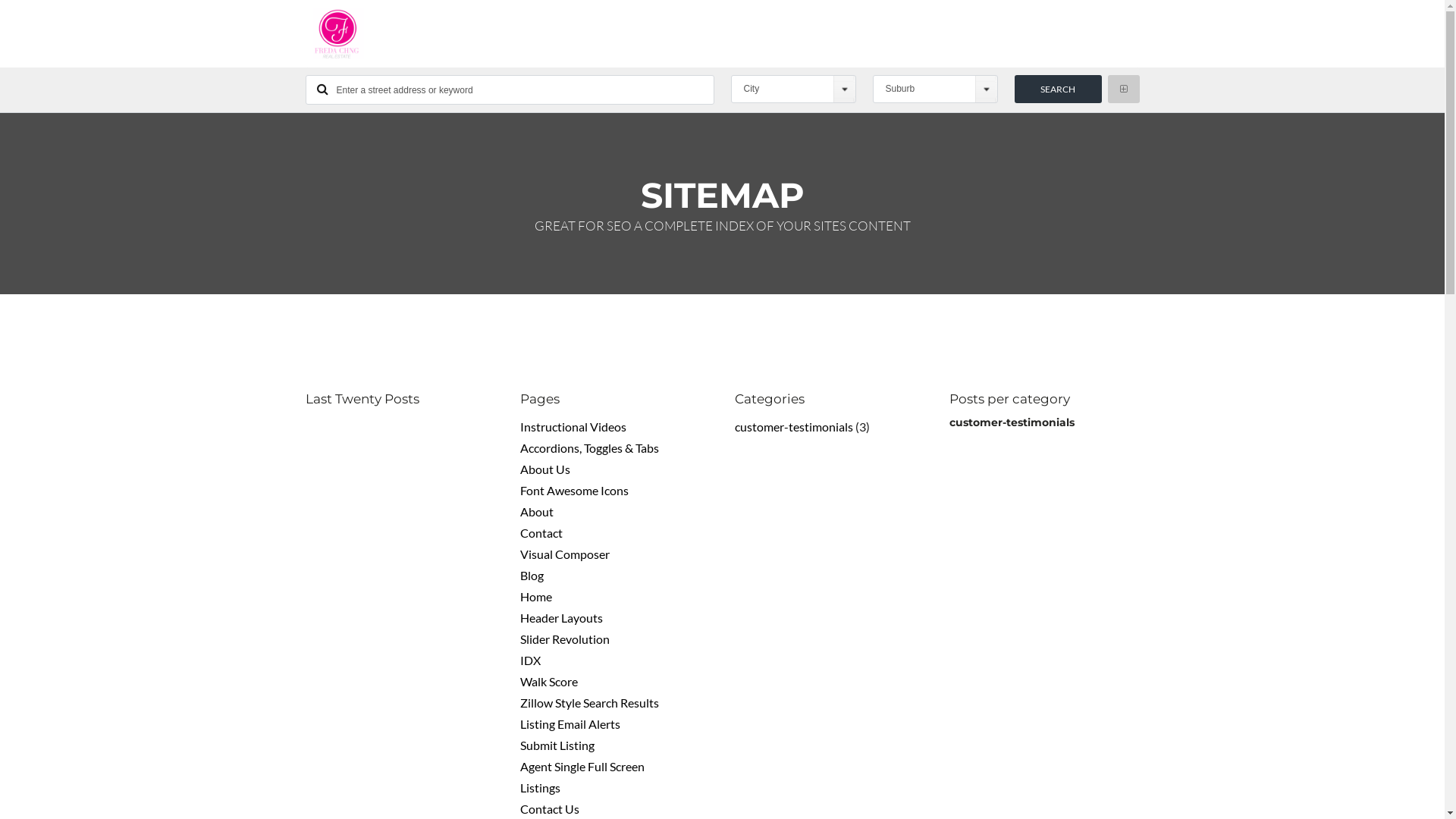 This screenshot has width=1456, height=819. What do you see at coordinates (541, 532) in the screenshot?
I see `'Contact'` at bounding box center [541, 532].